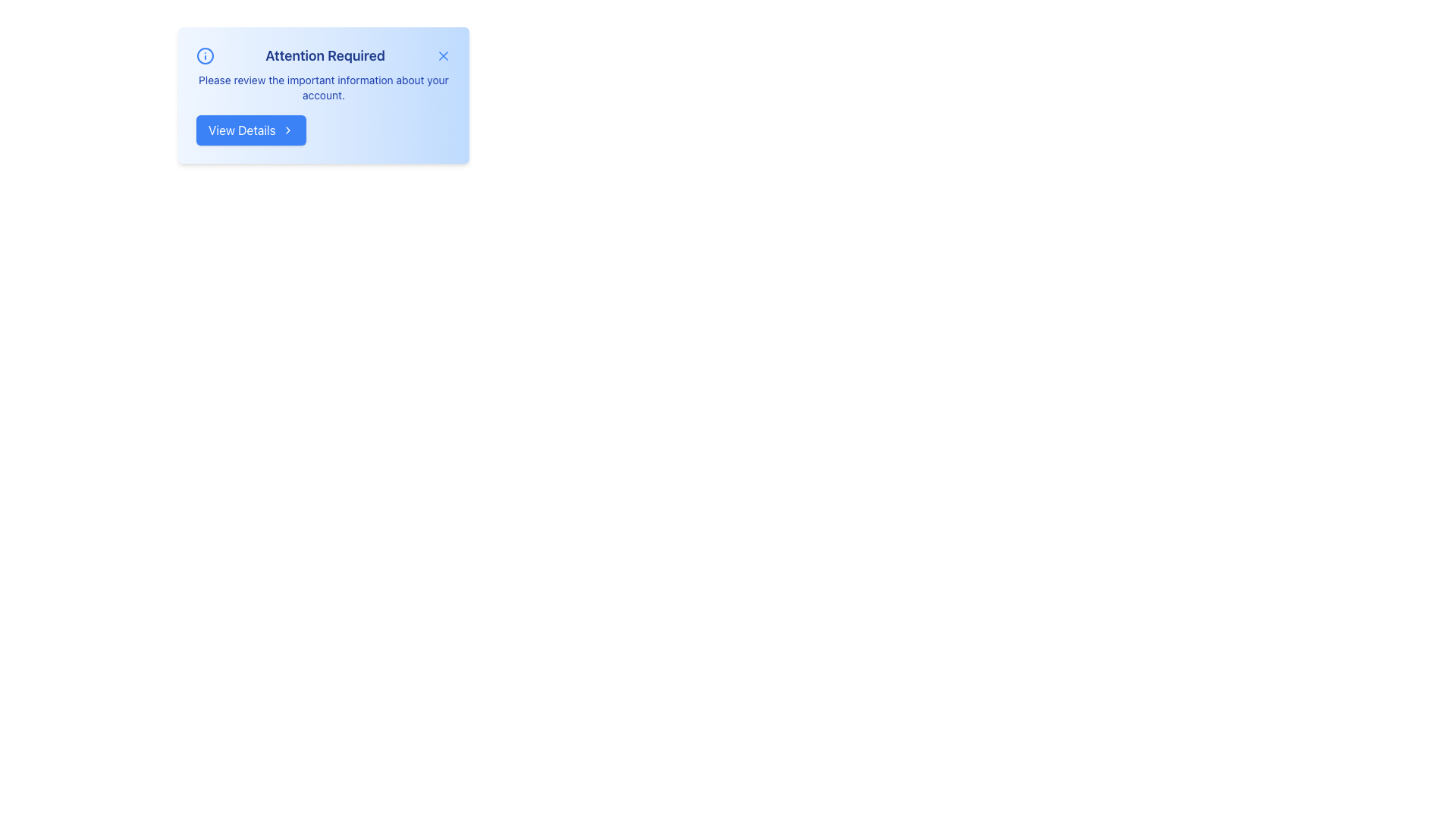 Image resolution: width=1456 pixels, height=819 pixels. What do you see at coordinates (204, 55) in the screenshot?
I see `the icon that indicates important information, located at the leftmost edge of the notification card next to the header text 'Attention Required'` at bounding box center [204, 55].